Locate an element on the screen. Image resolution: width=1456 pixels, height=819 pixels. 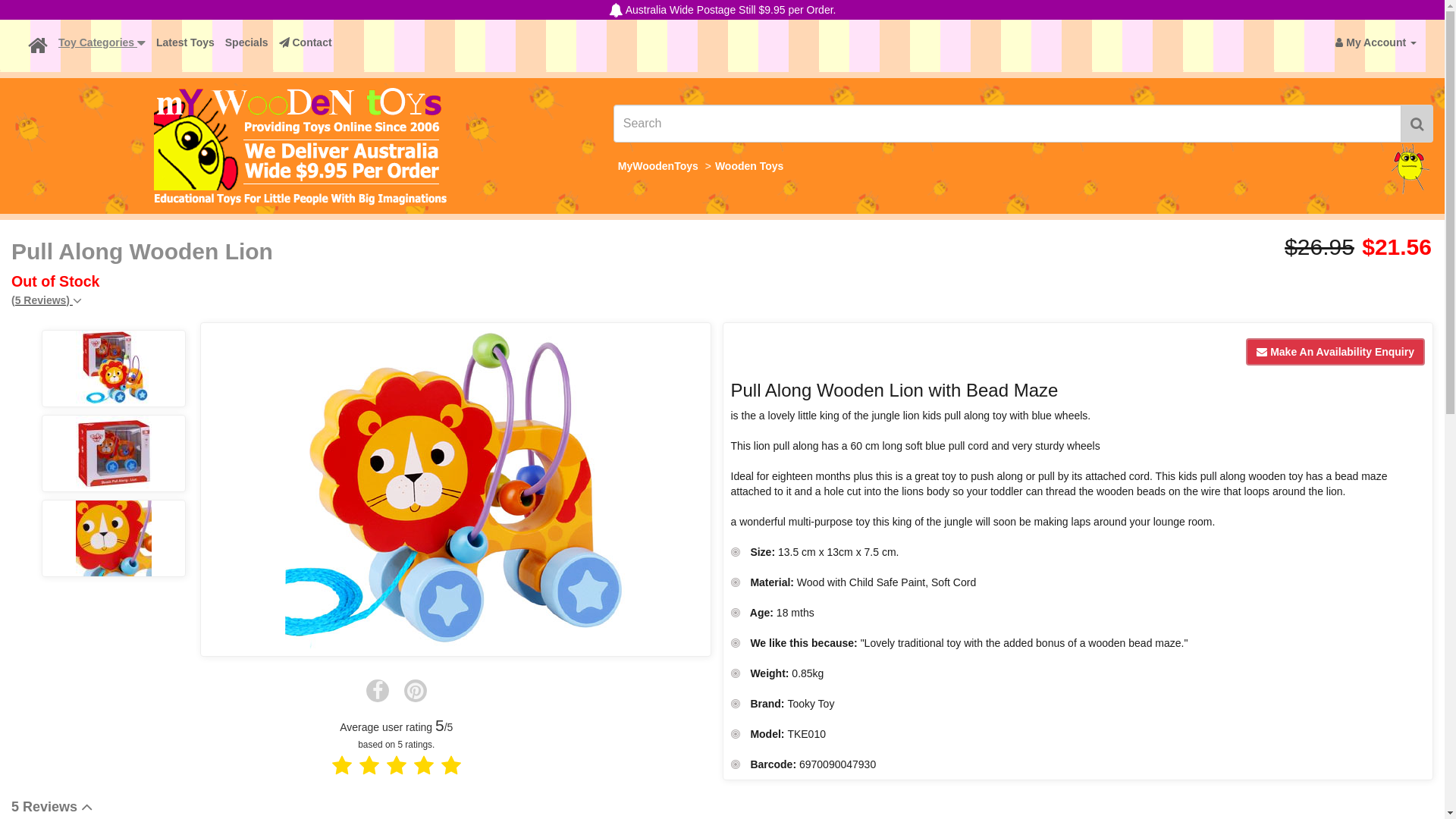
'Contact' is located at coordinates (305, 42).